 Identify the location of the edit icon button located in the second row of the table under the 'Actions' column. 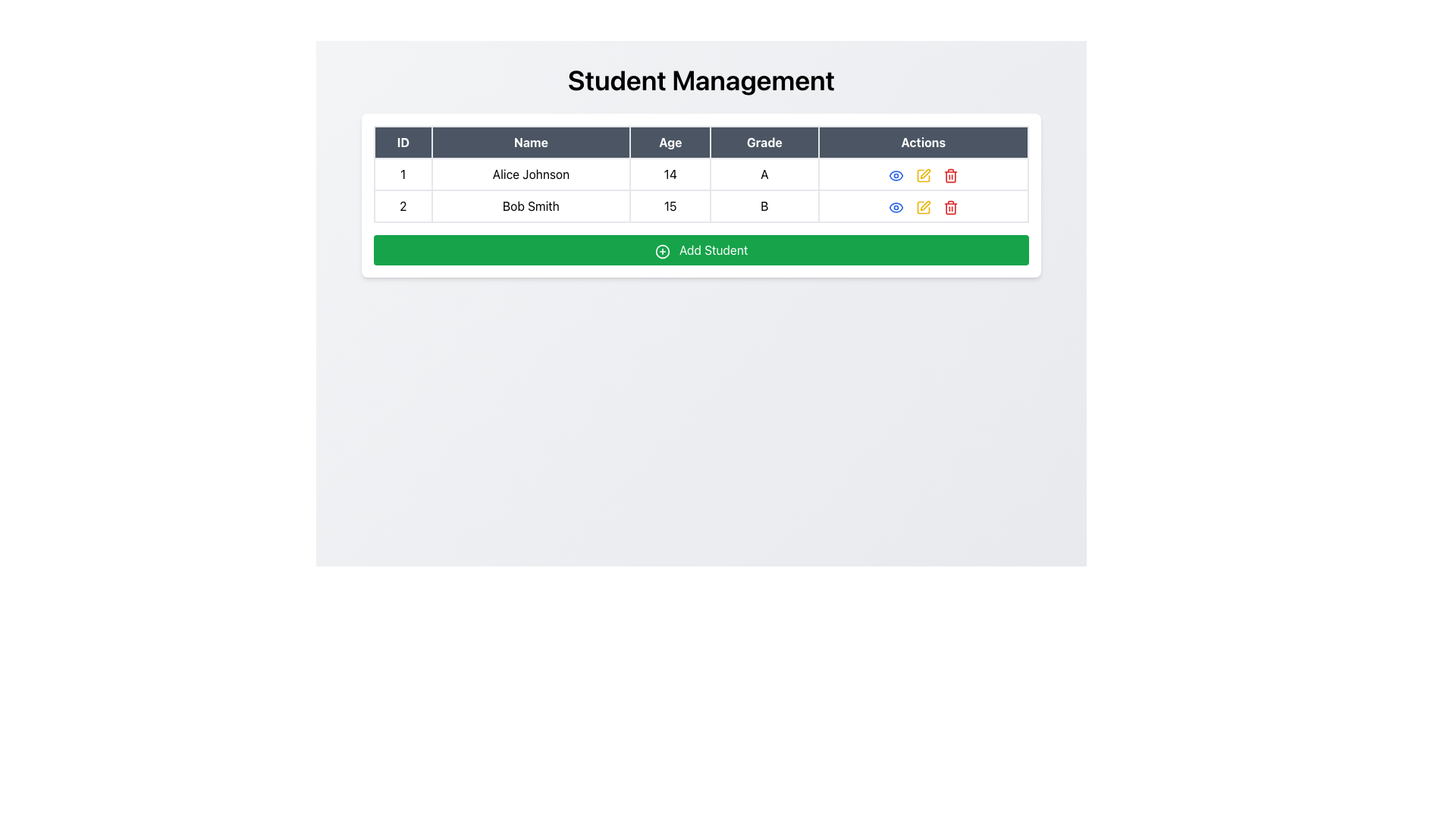
(922, 207).